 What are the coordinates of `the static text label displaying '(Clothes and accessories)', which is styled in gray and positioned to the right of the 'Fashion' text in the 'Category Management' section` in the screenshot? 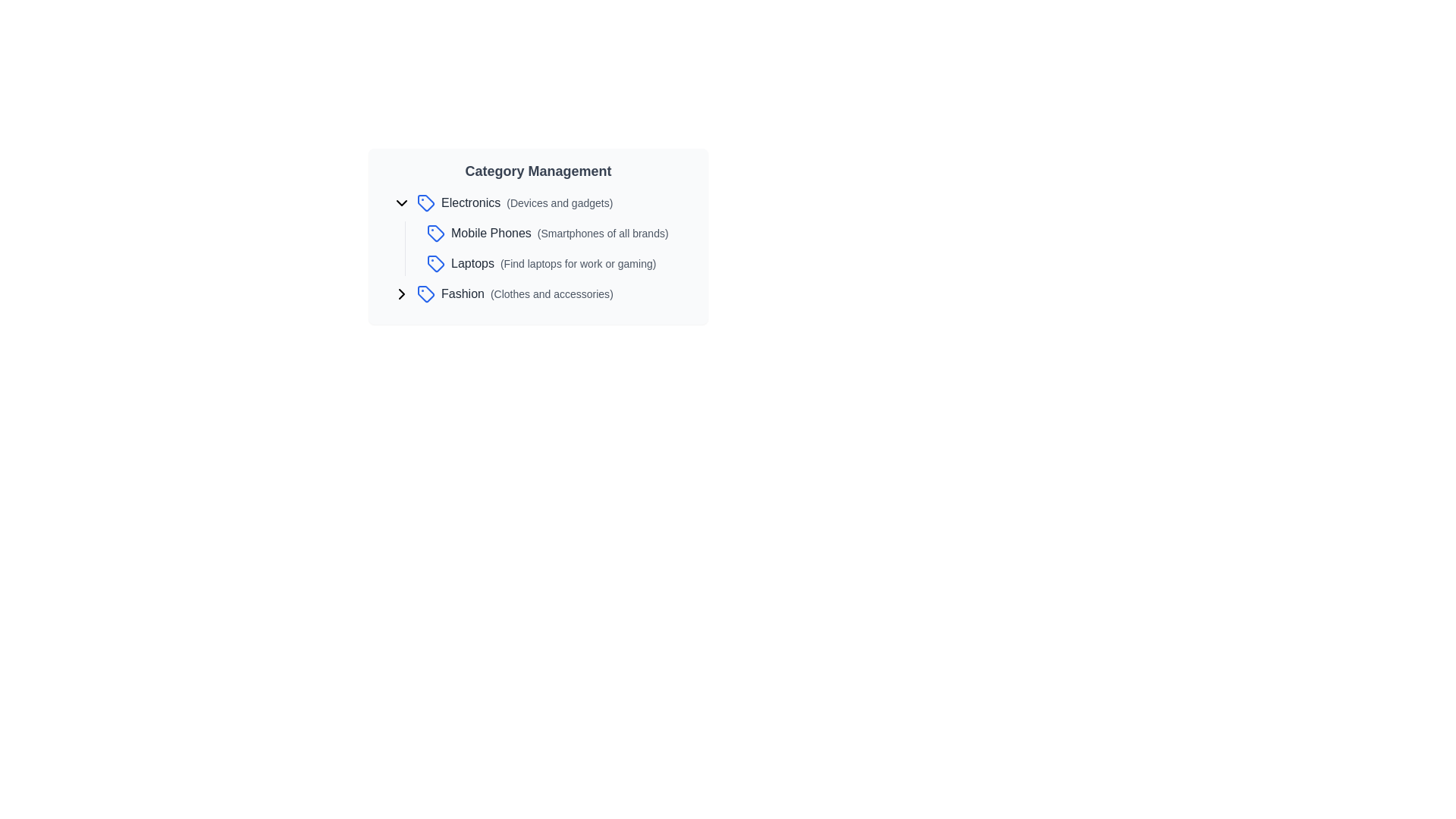 It's located at (551, 294).